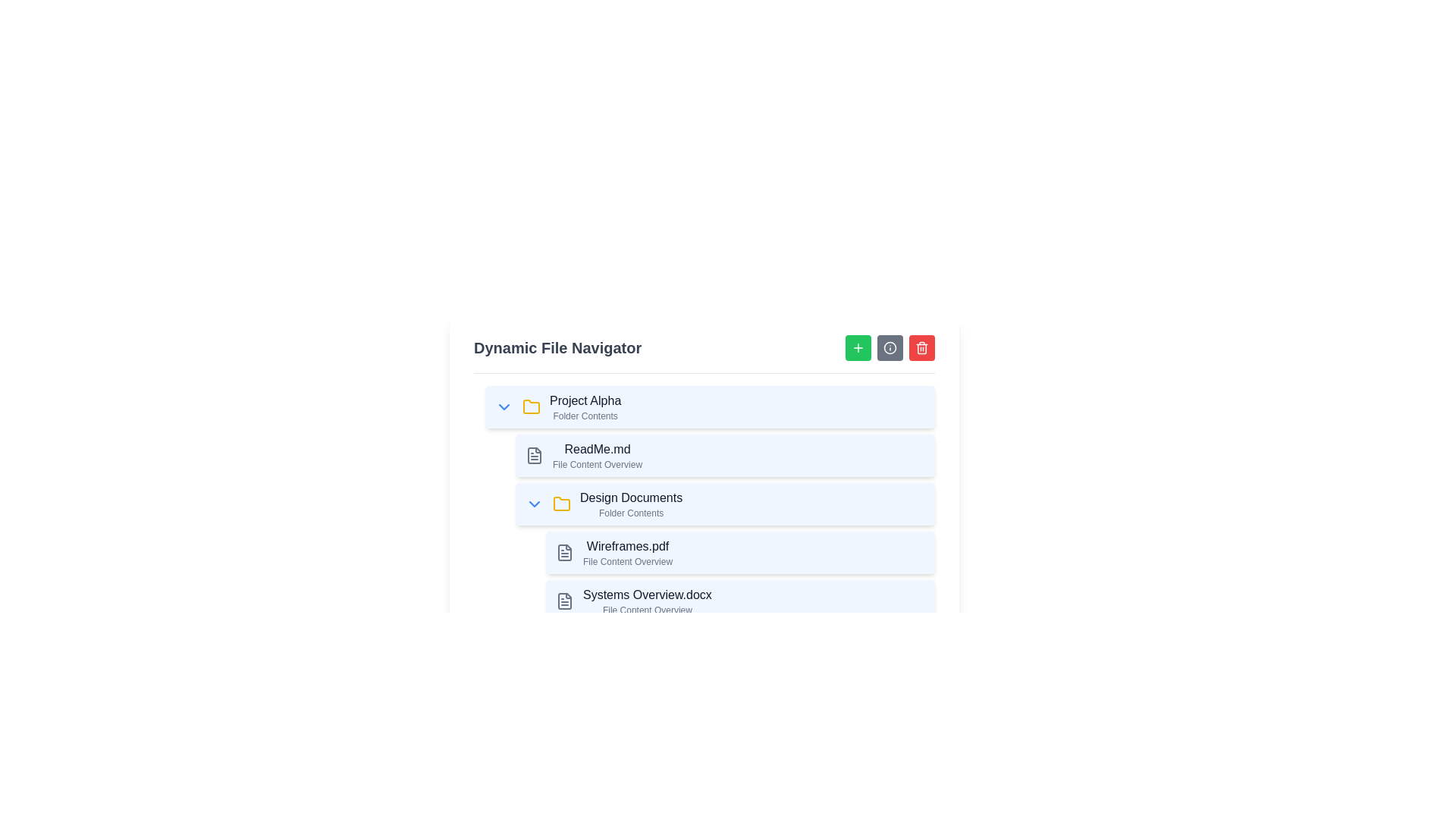  What do you see at coordinates (531, 406) in the screenshot?
I see `the folder icon representing 'Project Alpha'` at bounding box center [531, 406].